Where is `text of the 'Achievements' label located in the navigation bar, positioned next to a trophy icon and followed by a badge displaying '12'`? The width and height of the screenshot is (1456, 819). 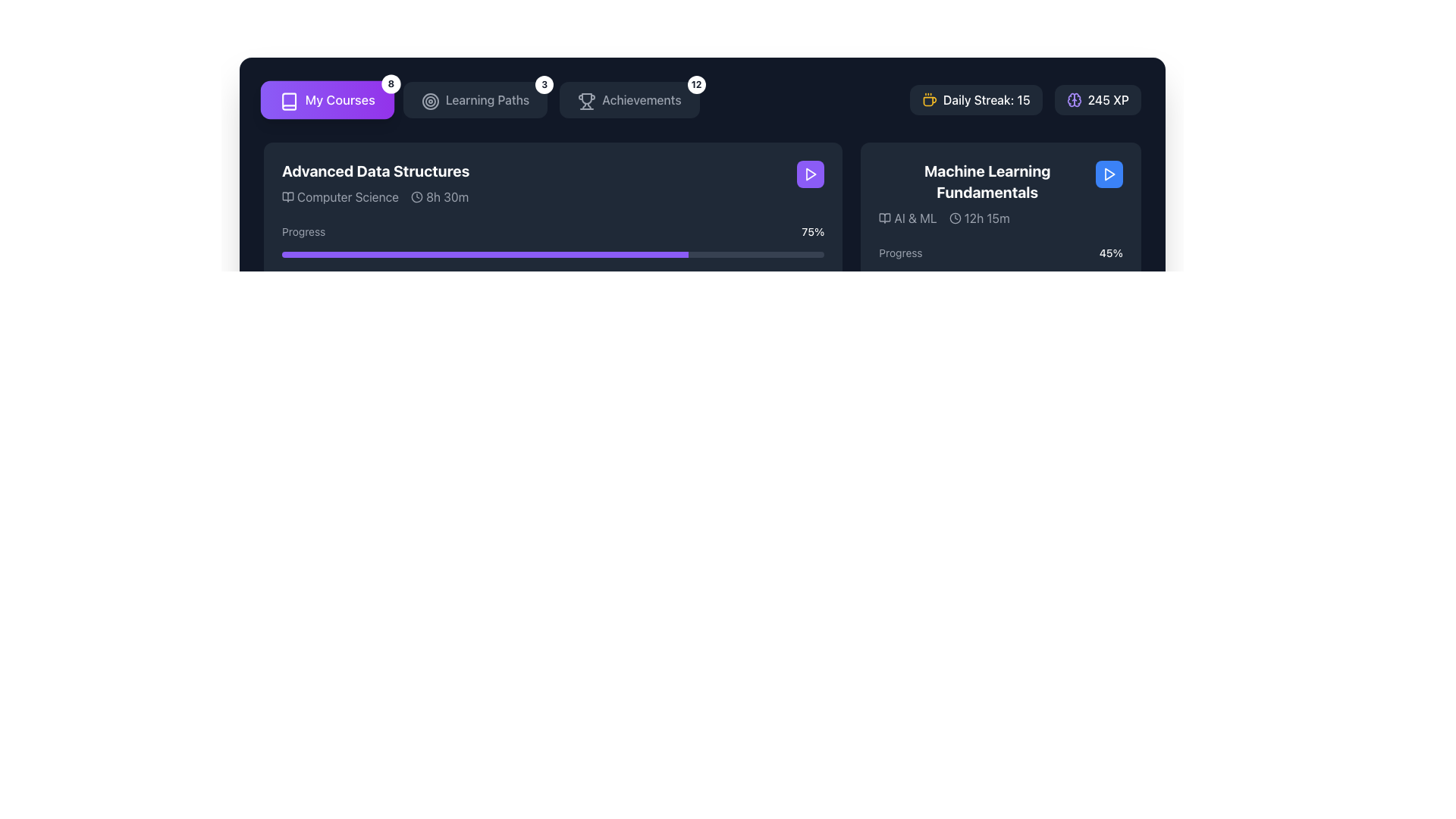
text of the 'Achievements' label located in the navigation bar, positioned next to a trophy icon and followed by a badge displaying '12' is located at coordinates (642, 99).